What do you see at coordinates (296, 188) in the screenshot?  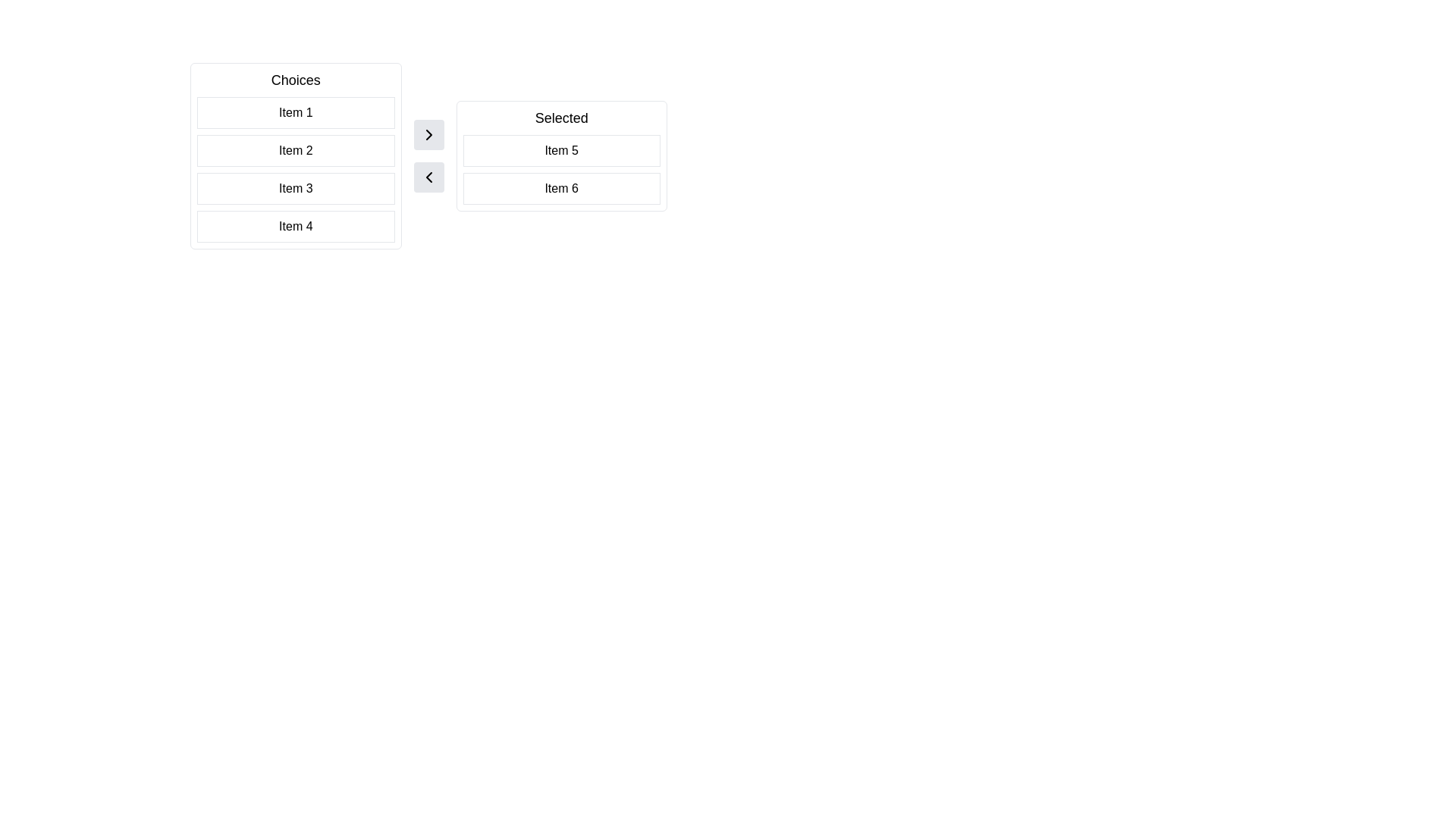 I see `the third item in the vertically arranged list of selectable options within the 'Choices' section` at bounding box center [296, 188].